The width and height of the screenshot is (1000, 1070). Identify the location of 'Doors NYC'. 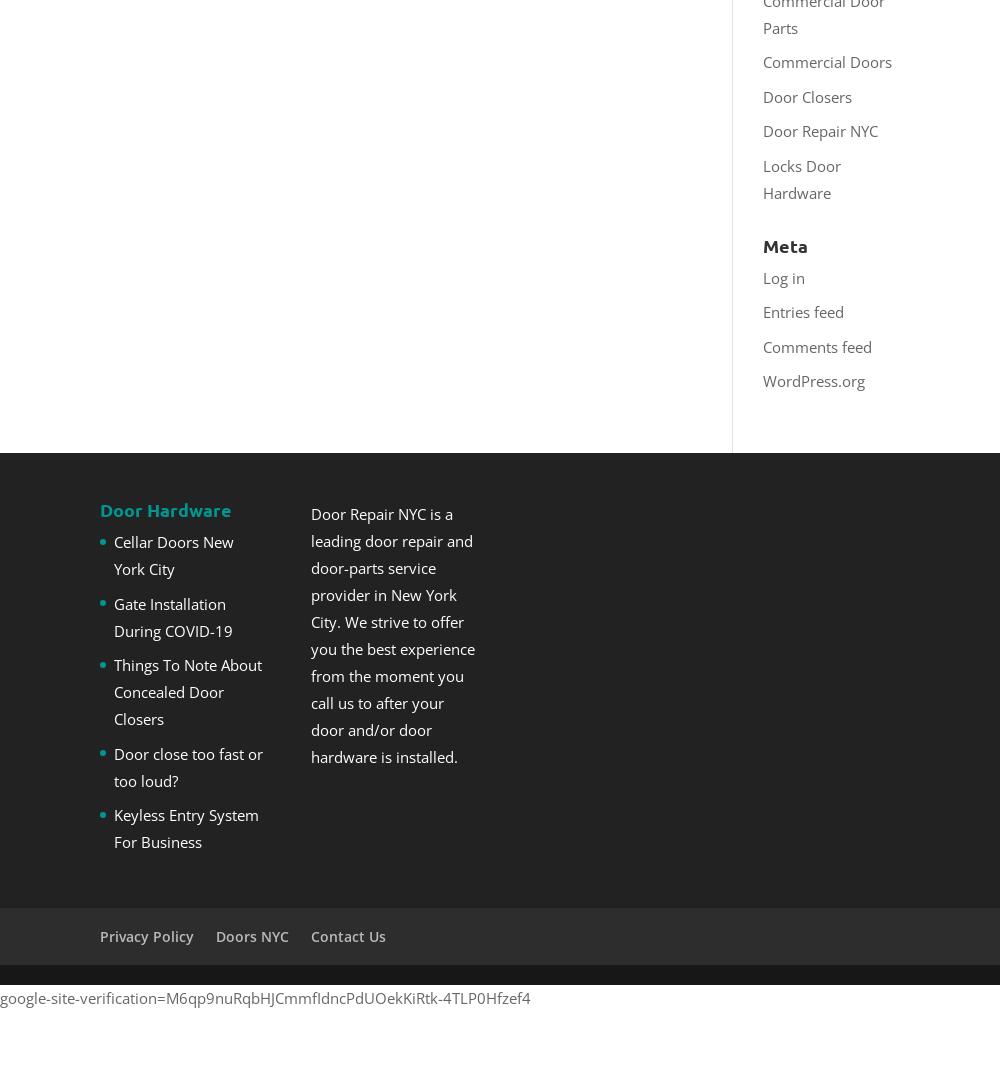
(252, 934).